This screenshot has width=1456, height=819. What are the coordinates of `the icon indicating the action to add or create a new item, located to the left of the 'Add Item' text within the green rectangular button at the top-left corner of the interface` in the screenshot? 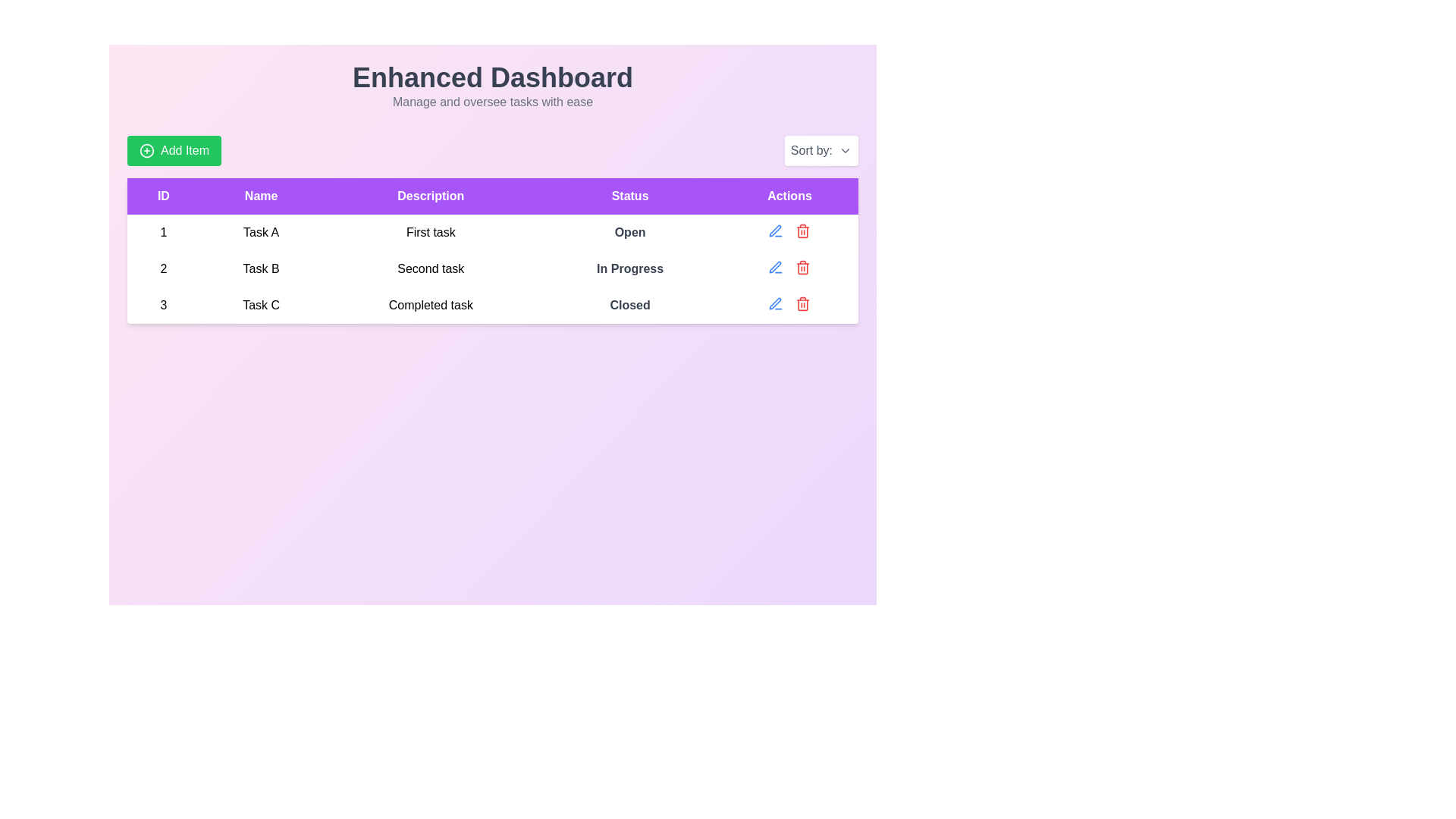 It's located at (146, 151).